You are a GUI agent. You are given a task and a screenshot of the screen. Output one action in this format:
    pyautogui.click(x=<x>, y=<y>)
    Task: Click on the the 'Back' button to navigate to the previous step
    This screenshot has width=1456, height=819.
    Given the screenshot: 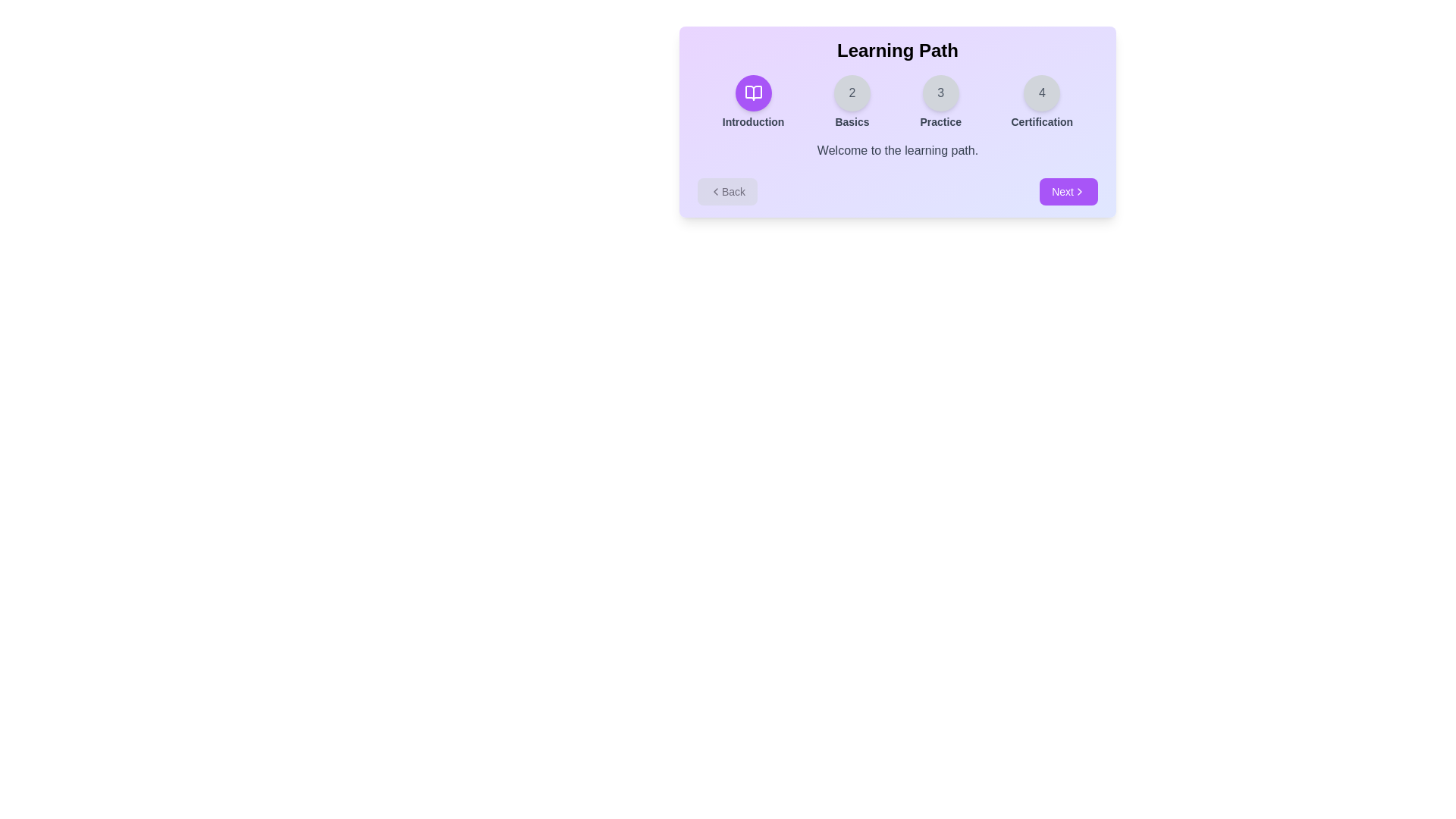 What is the action you would take?
    pyautogui.click(x=726, y=191)
    